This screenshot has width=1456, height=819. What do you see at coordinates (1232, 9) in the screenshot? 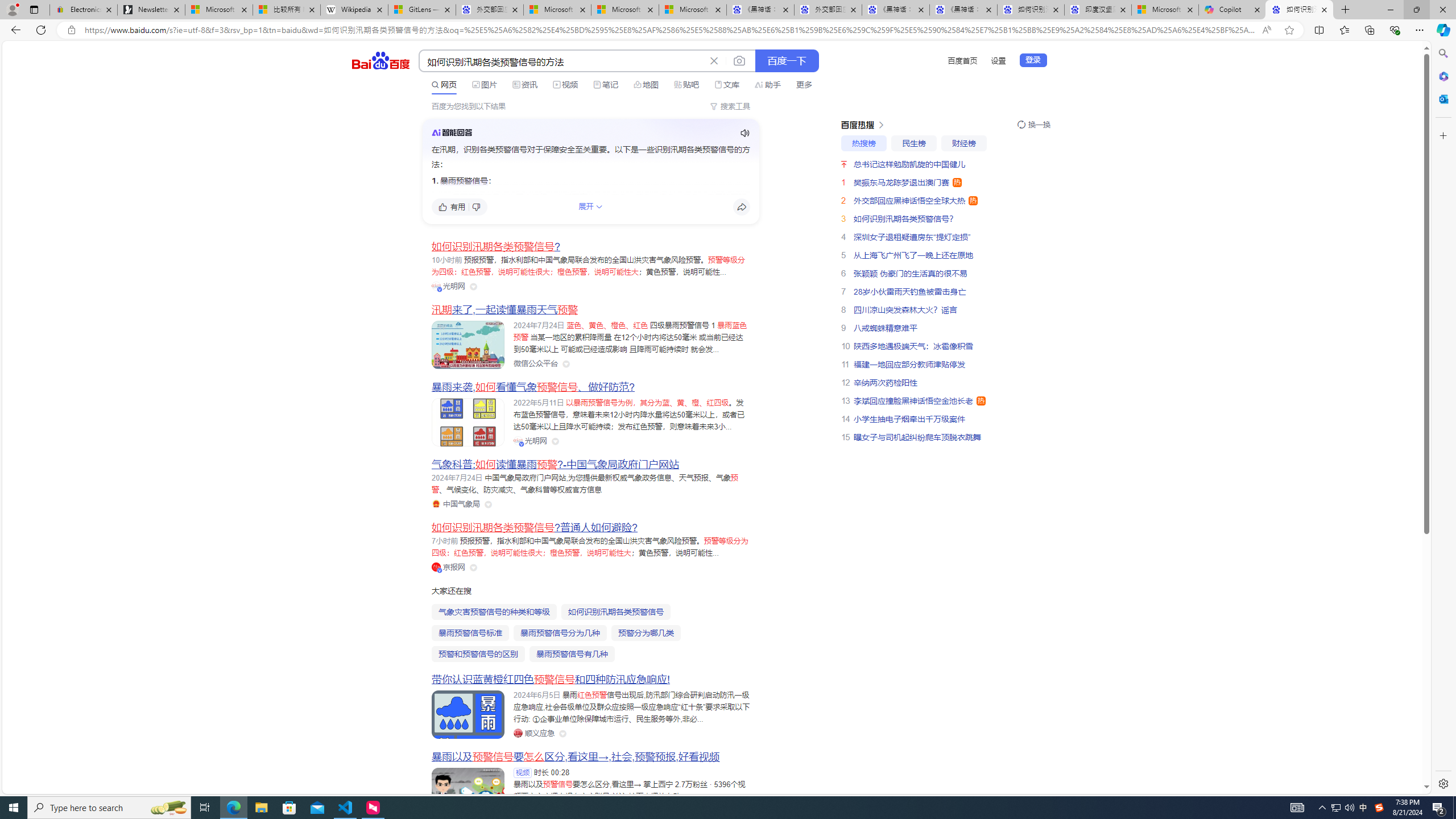
I see `'Copilot'` at bounding box center [1232, 9].